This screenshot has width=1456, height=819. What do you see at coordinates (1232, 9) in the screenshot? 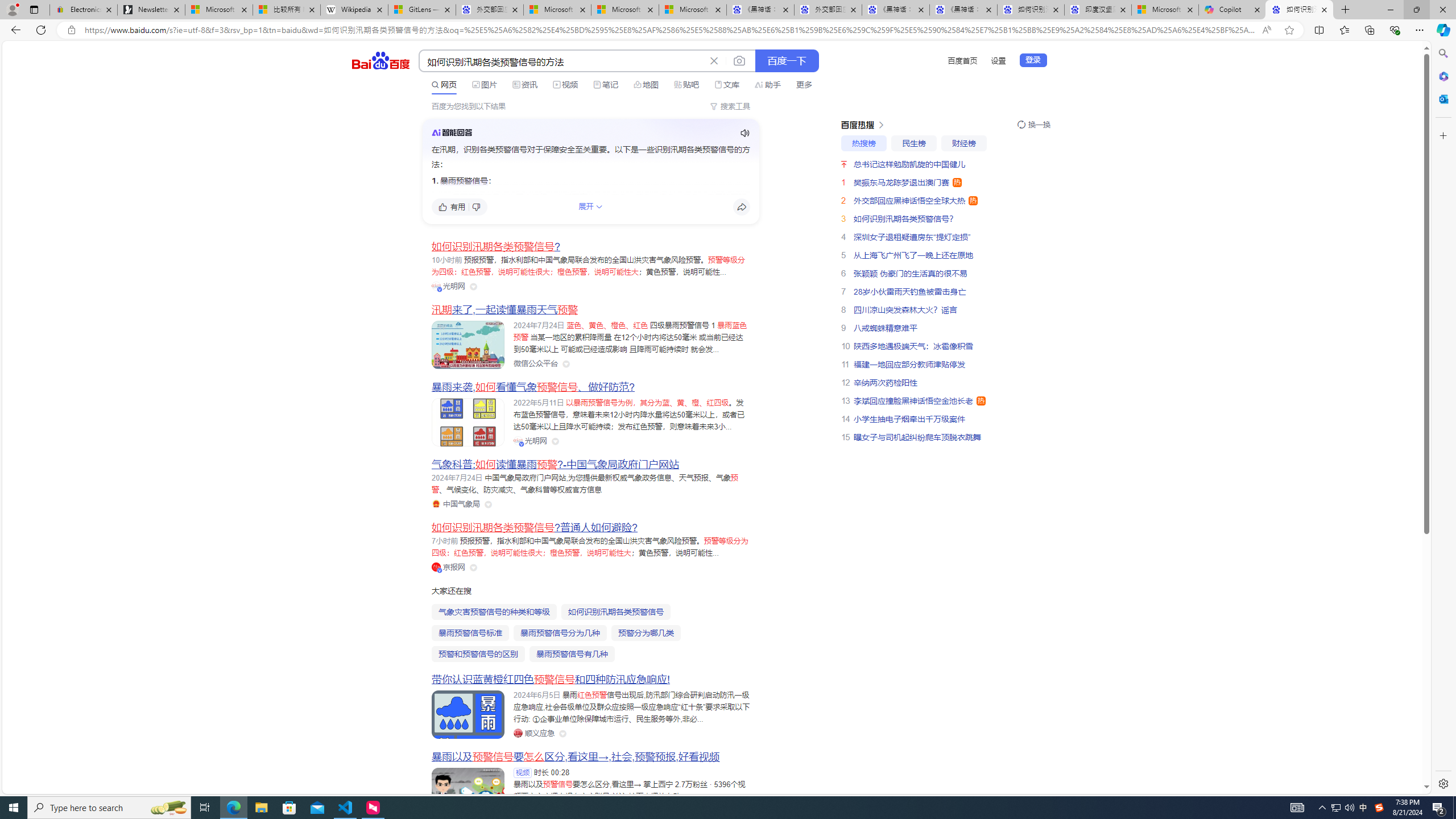
I see `'Copilot'` at bounding box center [1232, 9].